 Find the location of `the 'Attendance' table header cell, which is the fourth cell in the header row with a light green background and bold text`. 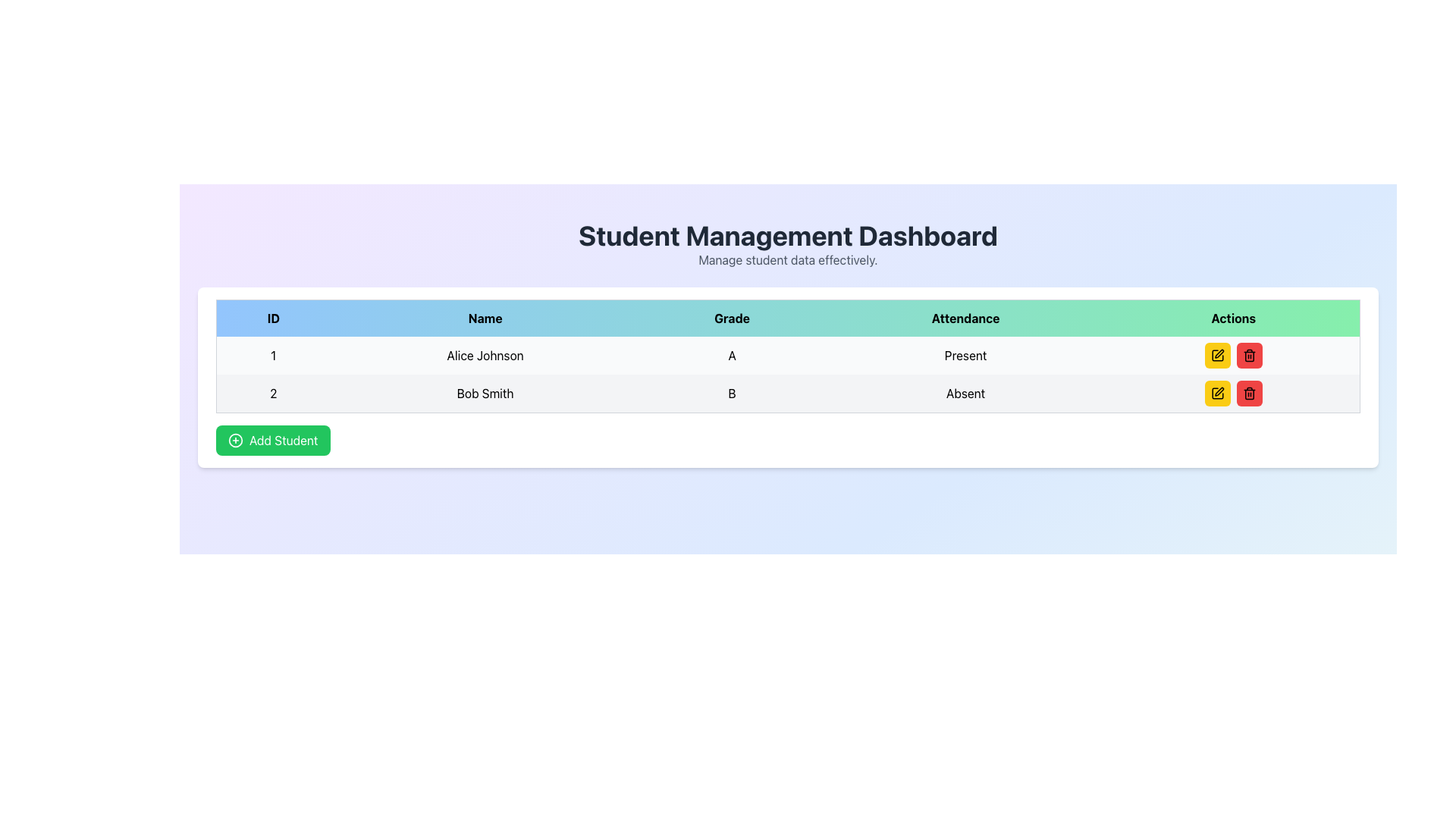

the 'Attendance' table header cell, which is the fourth cell in the header row with a light green background and bold text is located at coordinates (965, 317).